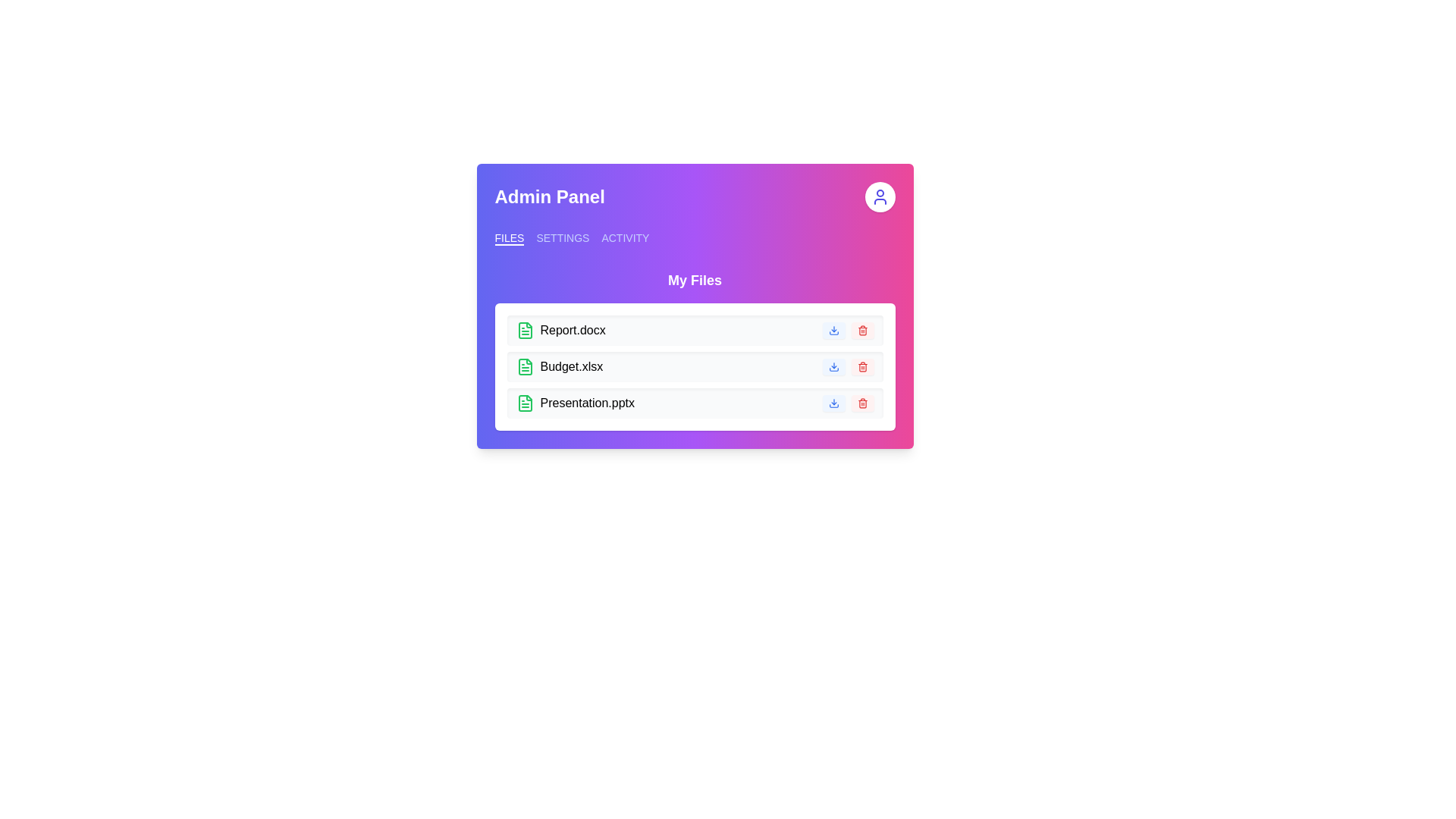 The height and width of the screenshot is (819, 1456). What do you see at coordinates (525, 366) in the screenshot?
I see `the Excel file icon representing 'Budget.xlsx' from its current position in the 'My Files' section` at bounding box center [525, 366].